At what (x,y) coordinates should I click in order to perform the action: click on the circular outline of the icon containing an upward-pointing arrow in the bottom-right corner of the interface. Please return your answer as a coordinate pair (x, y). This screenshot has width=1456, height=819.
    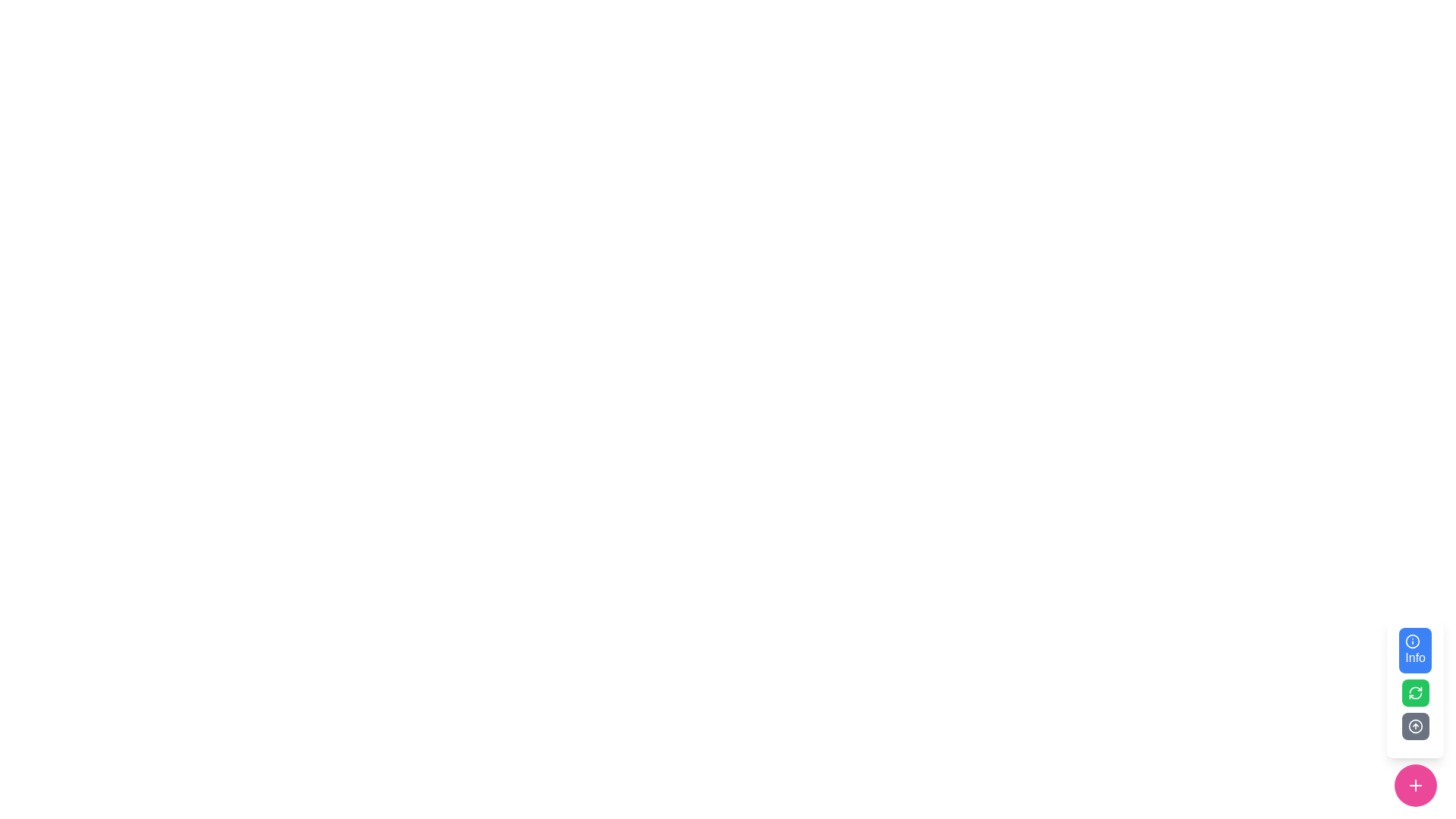
    Looking at the image, I should click on (1414, 725).